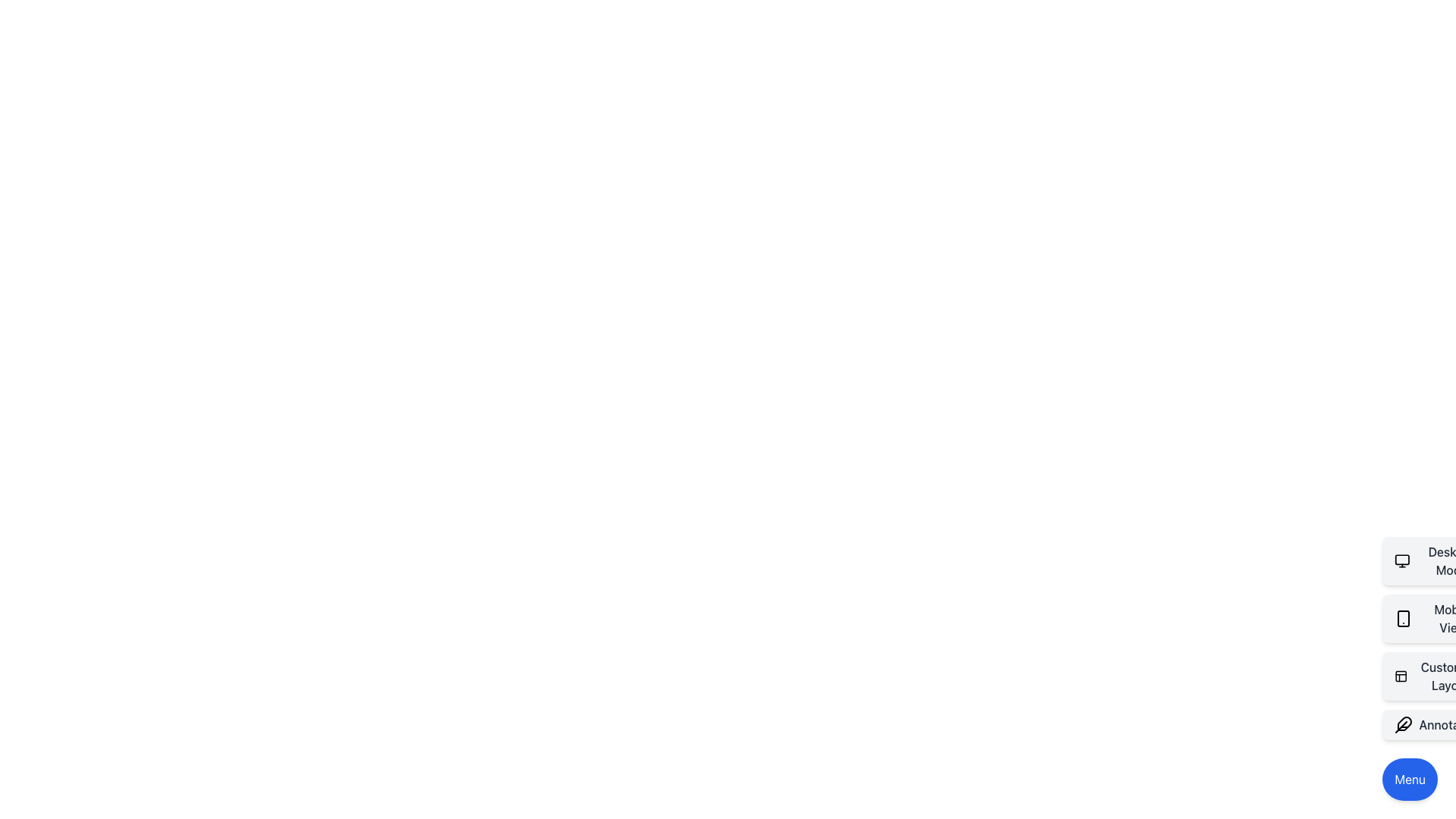  What do you see at coordinates (1401, 675) in the screenshot?
I see `the black square Icon Component with rounded corners, measuring 18x18 pixels, located near the bottom-right of the interface` at bounding box center [1401, 675].